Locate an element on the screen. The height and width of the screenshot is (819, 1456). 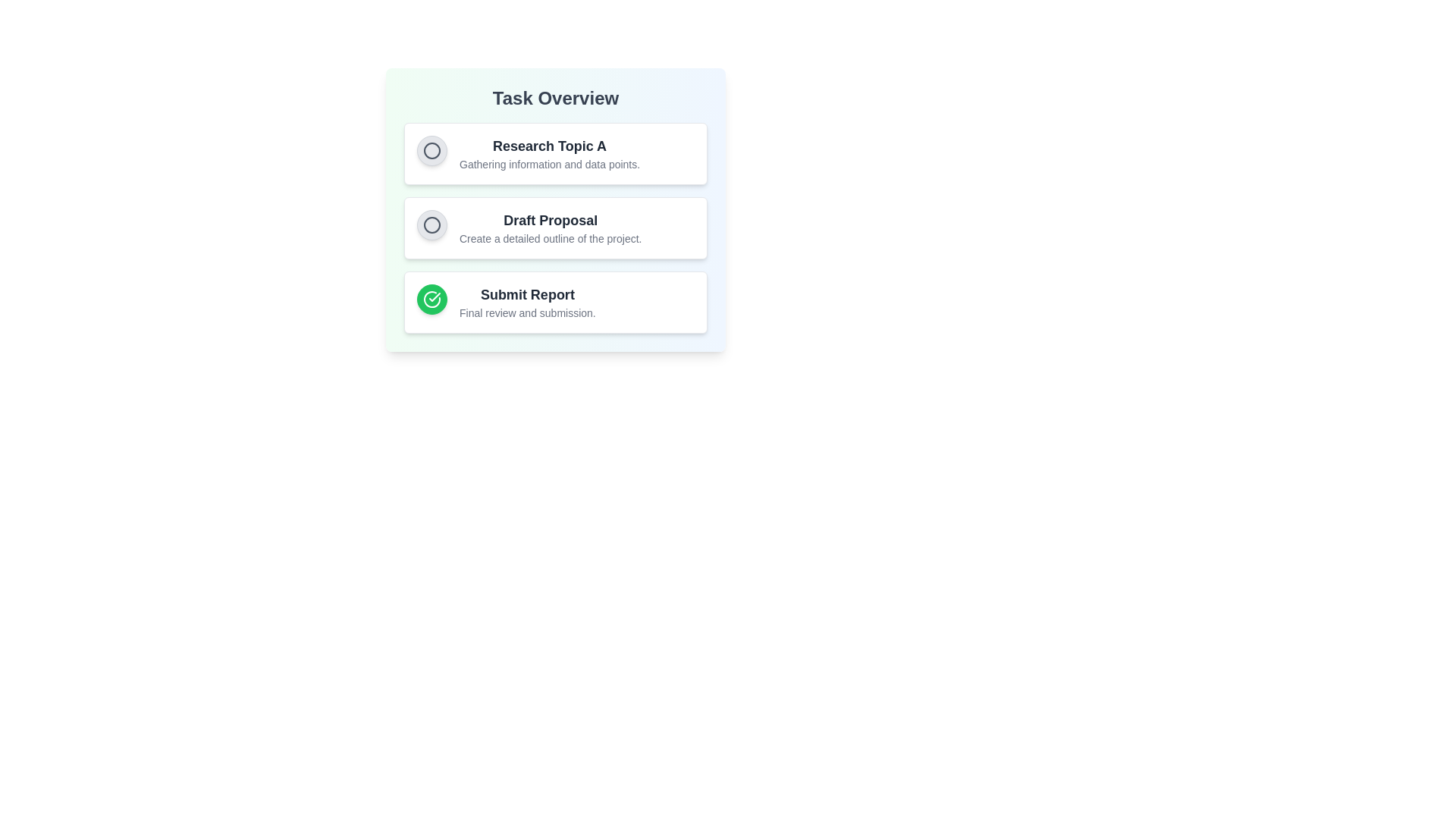
heading 'Research Topic A' and the description 'Gathering information and data points.' from the text block in the first card under 'Task Overview.' is located at coordinates (548, 154).